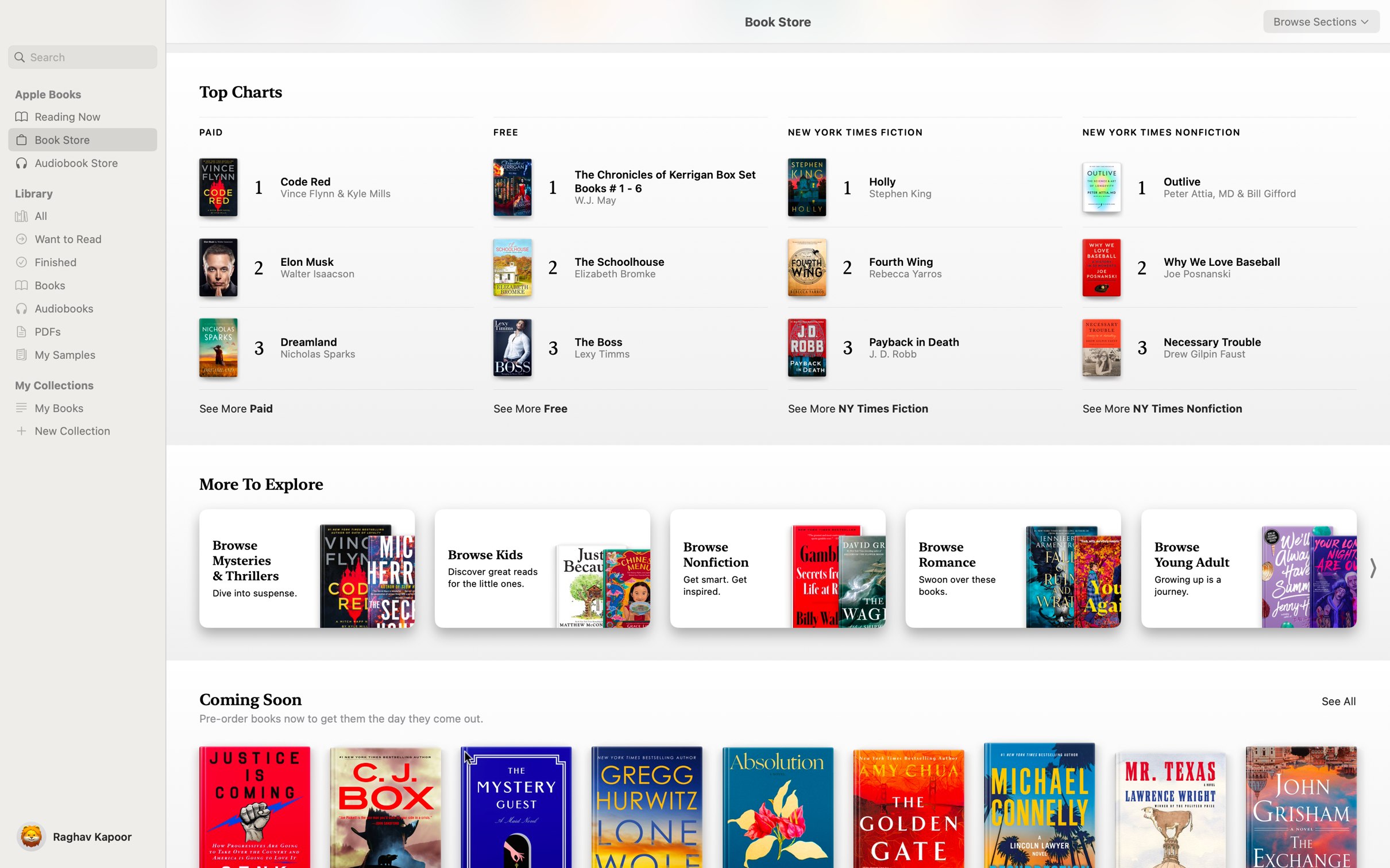  Describe the element at coordinates (82, 57) in the screenshot. I see `and select the book "The Power of Now" via the search bar` at that location.